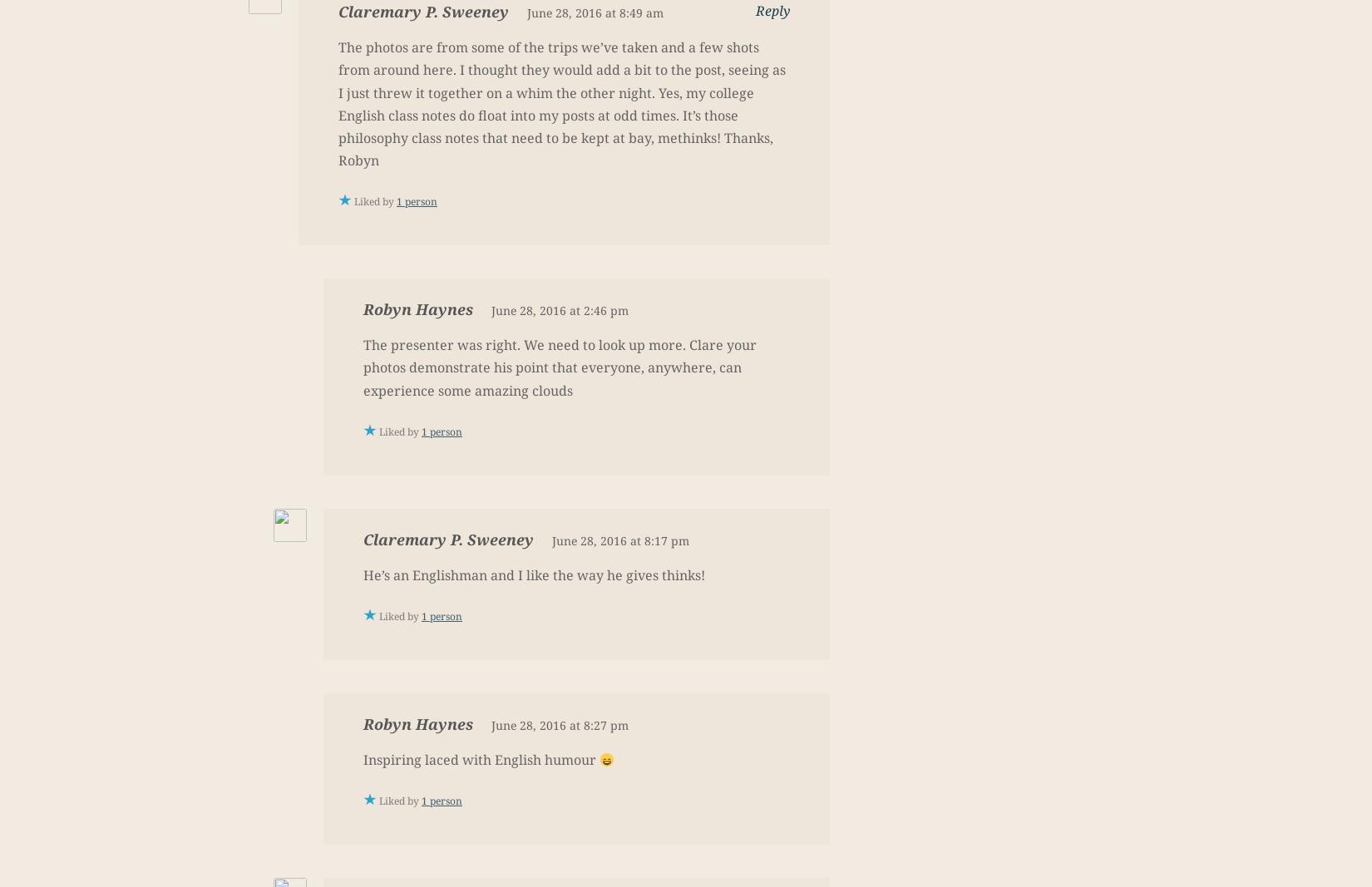 This screenshot has height=887, width=1372. What do you see at coordinates (491, 724) in the screenshot?
I see `'June 28, 2016 at 8:27 pm'` at bounding box center [491, 724].